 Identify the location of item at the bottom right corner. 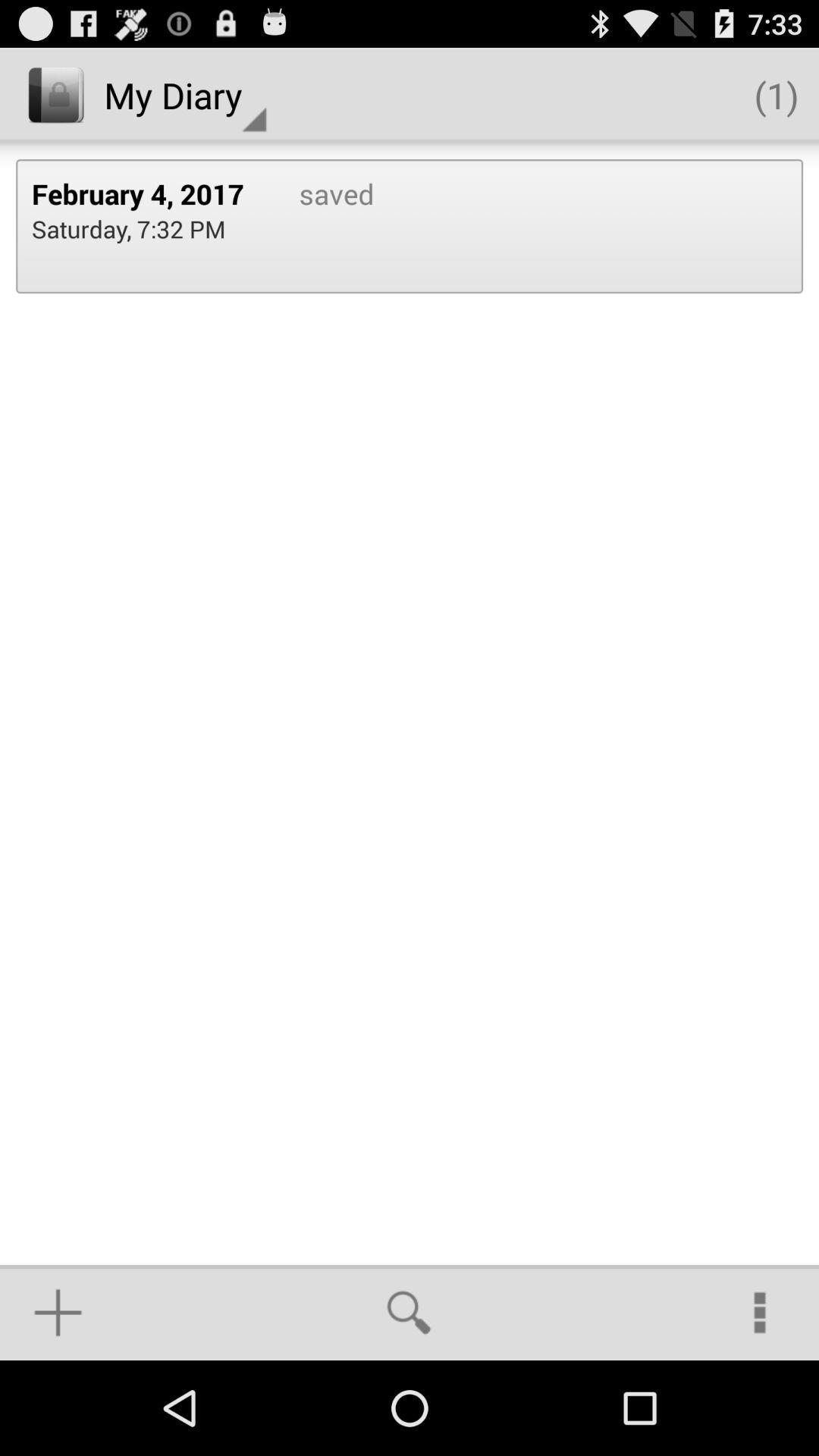
(760, 1312).